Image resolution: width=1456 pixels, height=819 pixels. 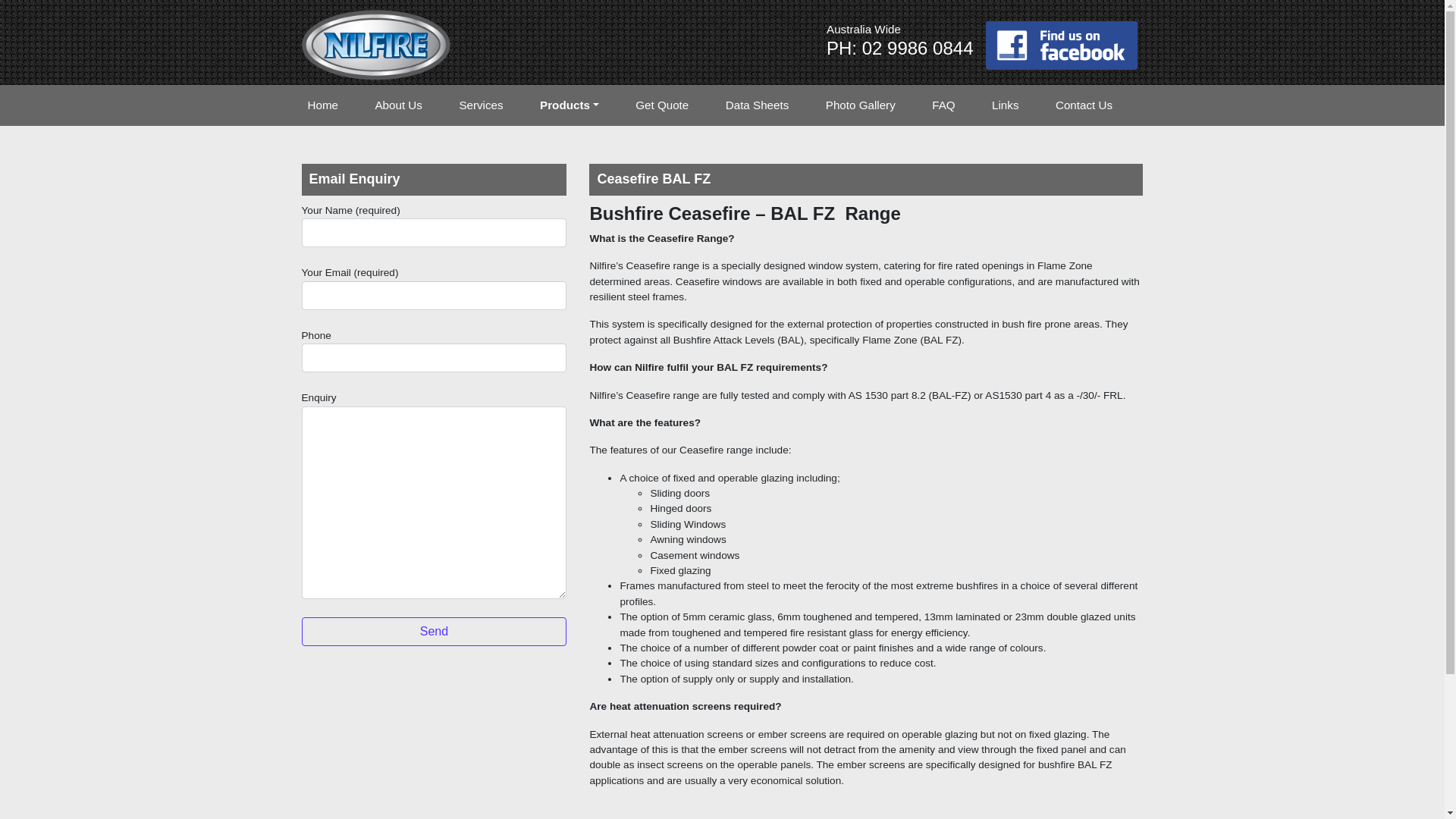 I want to click on 'Data Sheets', so click(x=719, y=105).